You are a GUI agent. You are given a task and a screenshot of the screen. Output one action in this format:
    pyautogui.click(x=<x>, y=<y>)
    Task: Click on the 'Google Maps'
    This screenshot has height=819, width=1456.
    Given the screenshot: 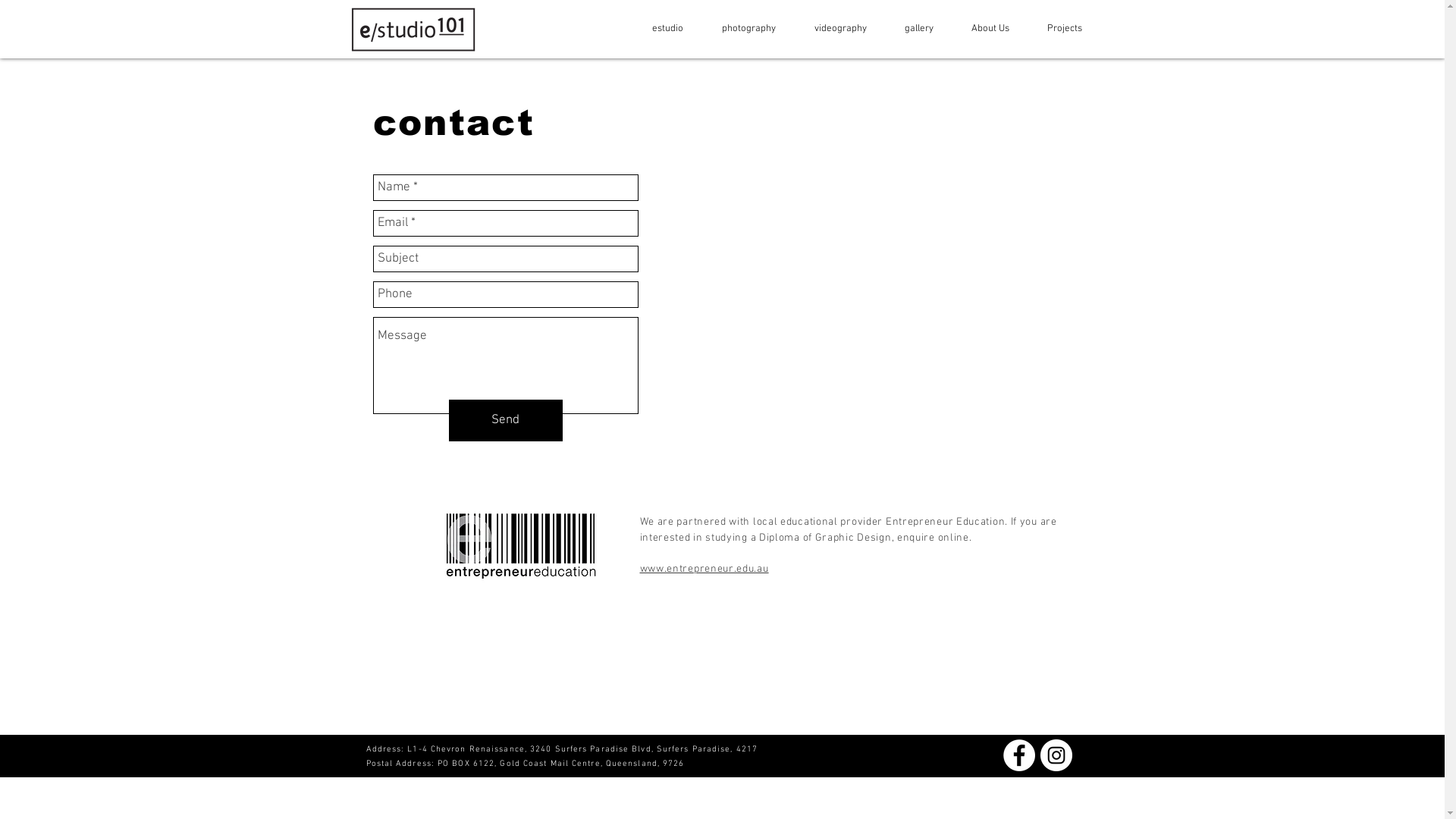 What is the action you would take?
    pyautogui.click(x=861, y=297)
    